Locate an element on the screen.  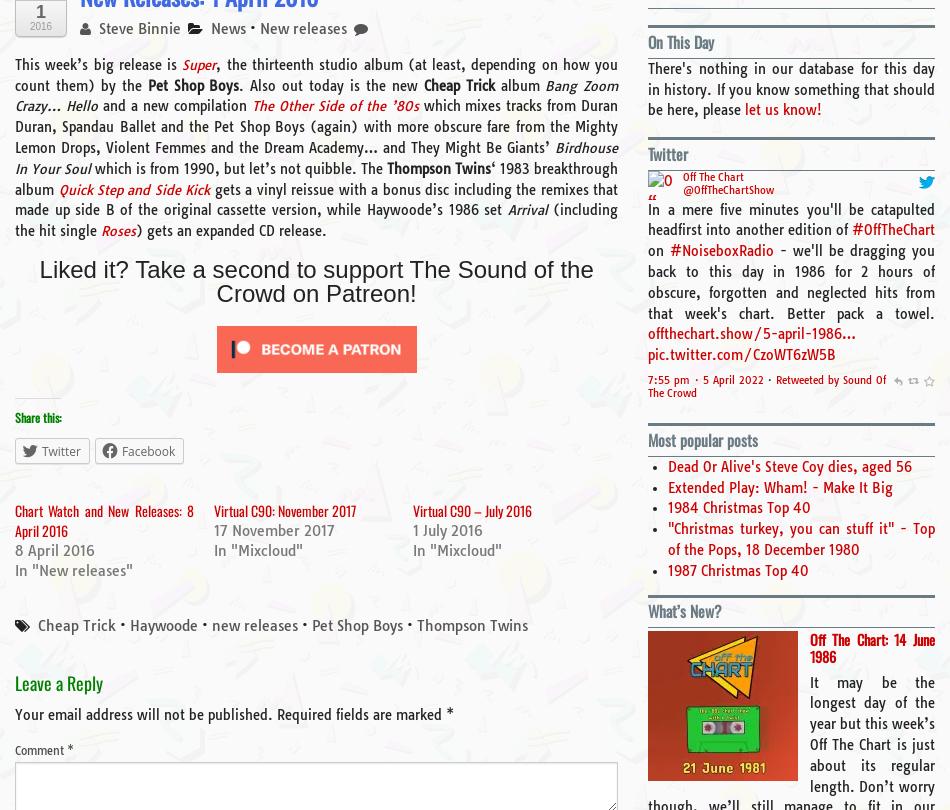
'The Other Side of the ’80s' is located at coordinates (333, 106).